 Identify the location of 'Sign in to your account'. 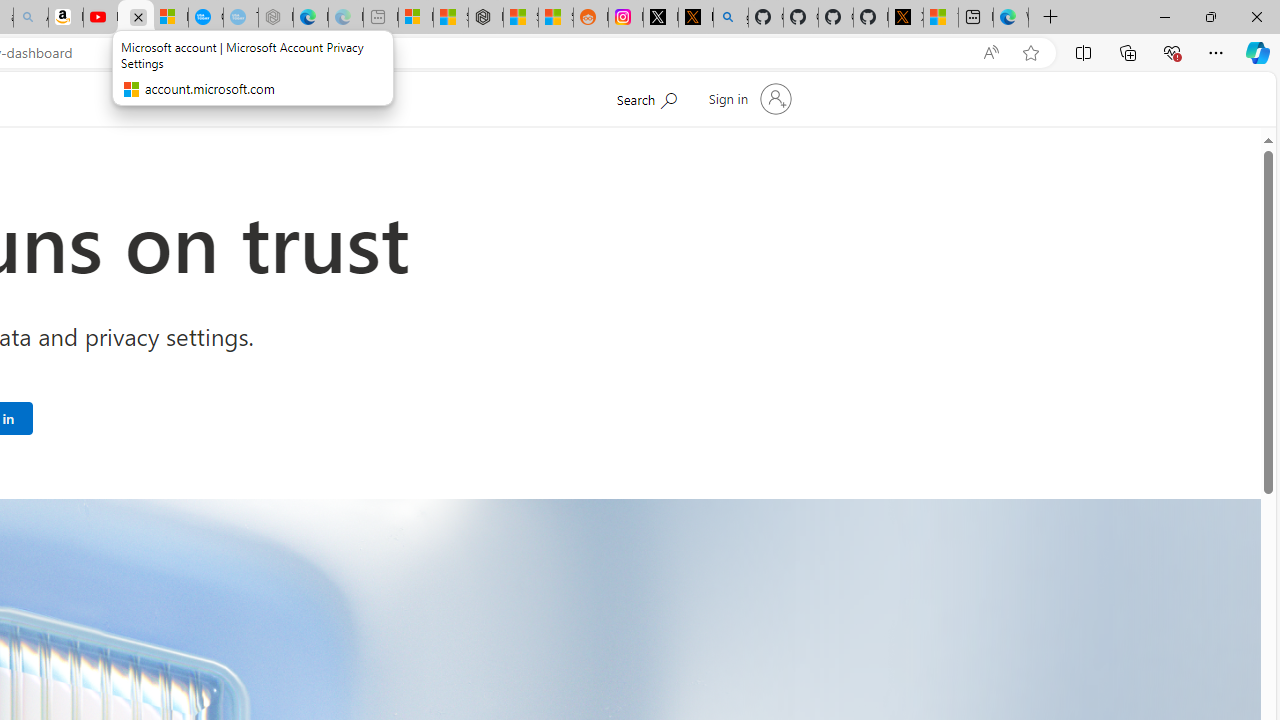
(747, 99).